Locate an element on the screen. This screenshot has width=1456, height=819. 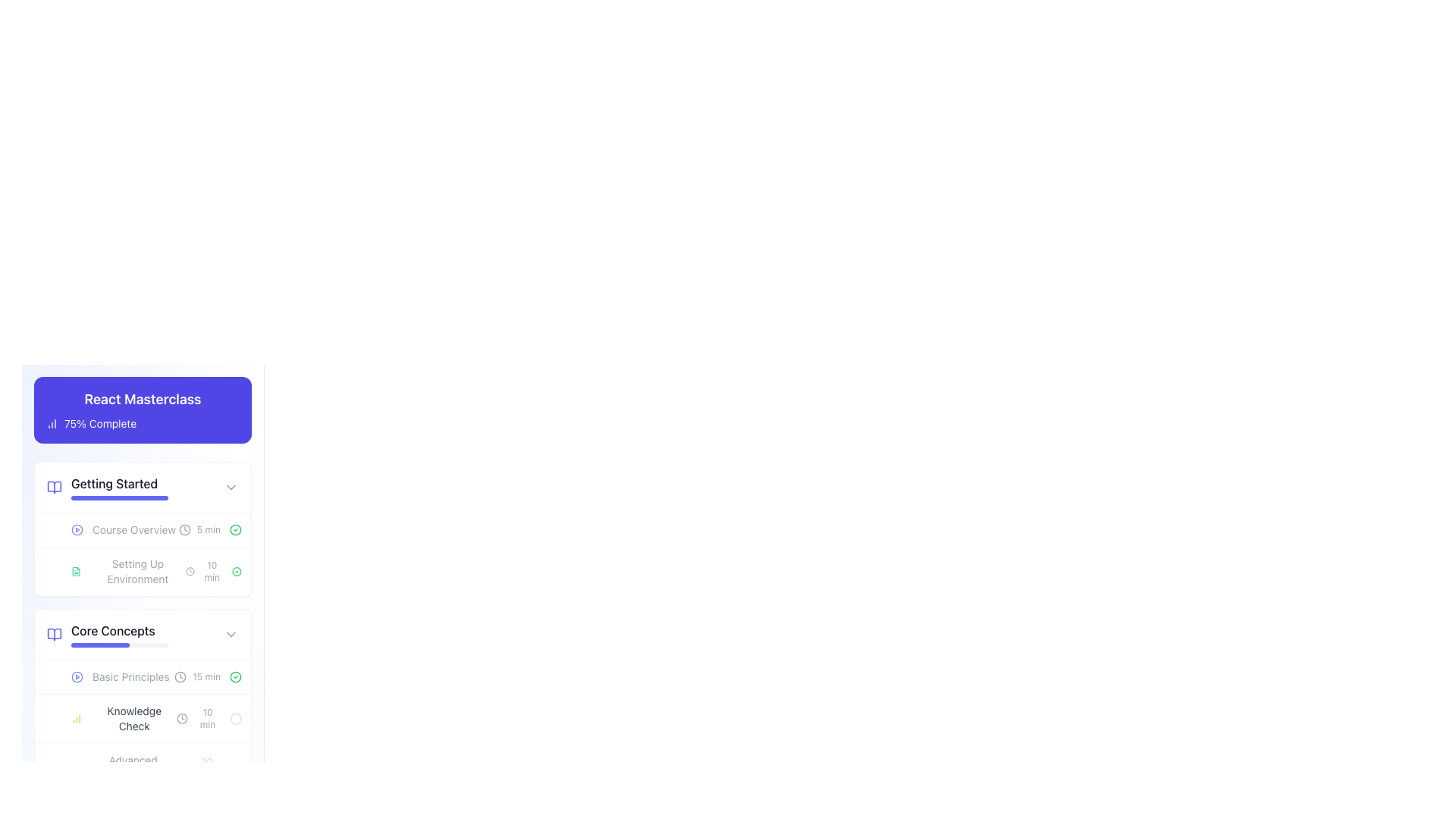
the text label displaying 'Basic Principles' is located at coordinates (130, 676).